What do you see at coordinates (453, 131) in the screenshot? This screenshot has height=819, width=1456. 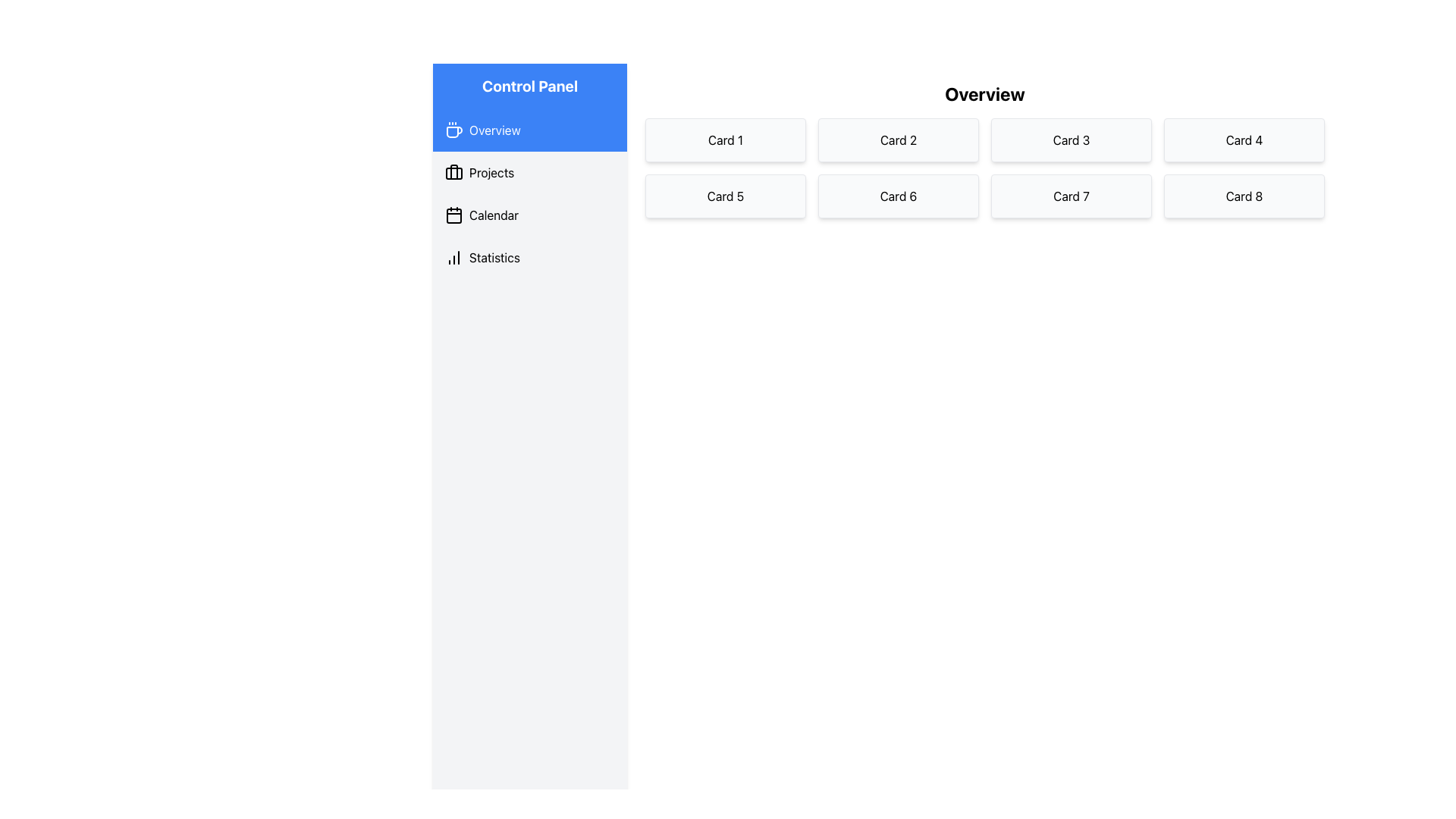 I see `the coffee mug icon located to the left of the 'Overview' label in the blue-highlighted section of the navigation menu` at bounding box center [453, 131].